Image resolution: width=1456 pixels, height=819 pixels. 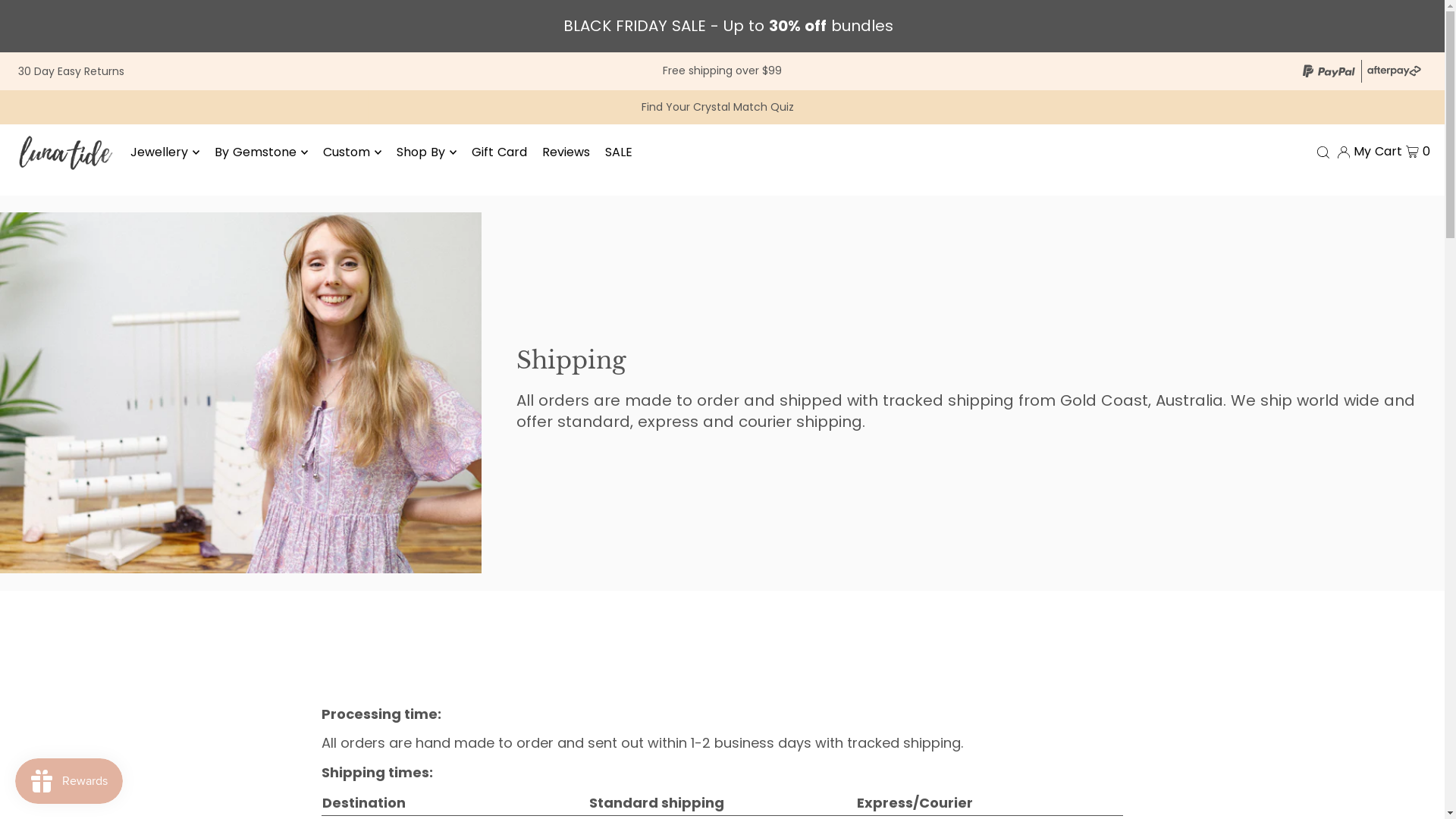 What do you see at coordinates (261, 152) in the screenshot?
I see `'By Gemstone'` at bounding box center [261, 152].